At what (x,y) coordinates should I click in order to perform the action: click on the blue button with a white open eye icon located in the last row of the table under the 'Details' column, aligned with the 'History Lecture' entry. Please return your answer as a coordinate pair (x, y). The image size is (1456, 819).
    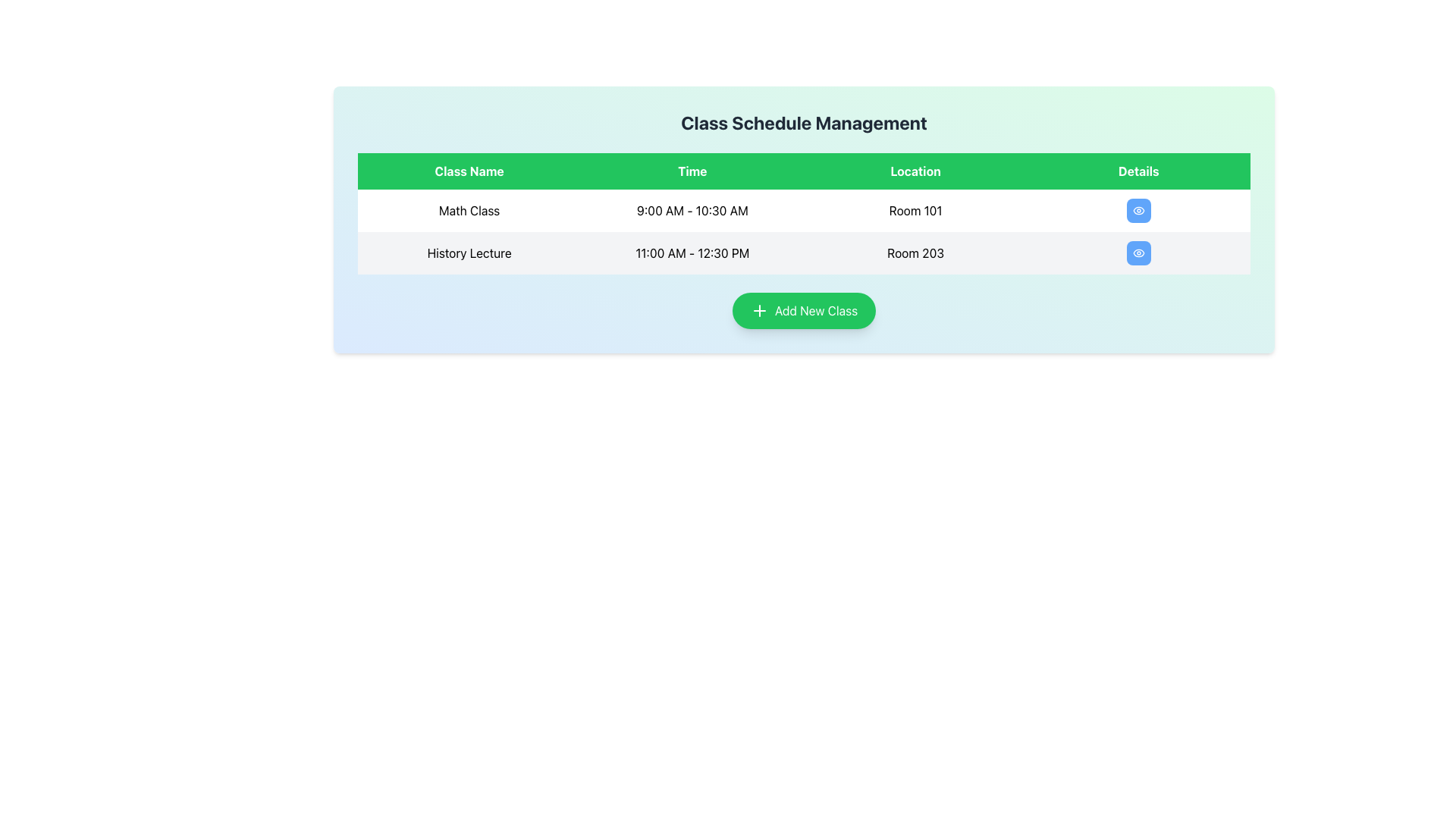
    Looking at the image, I should click on (1138, 253).